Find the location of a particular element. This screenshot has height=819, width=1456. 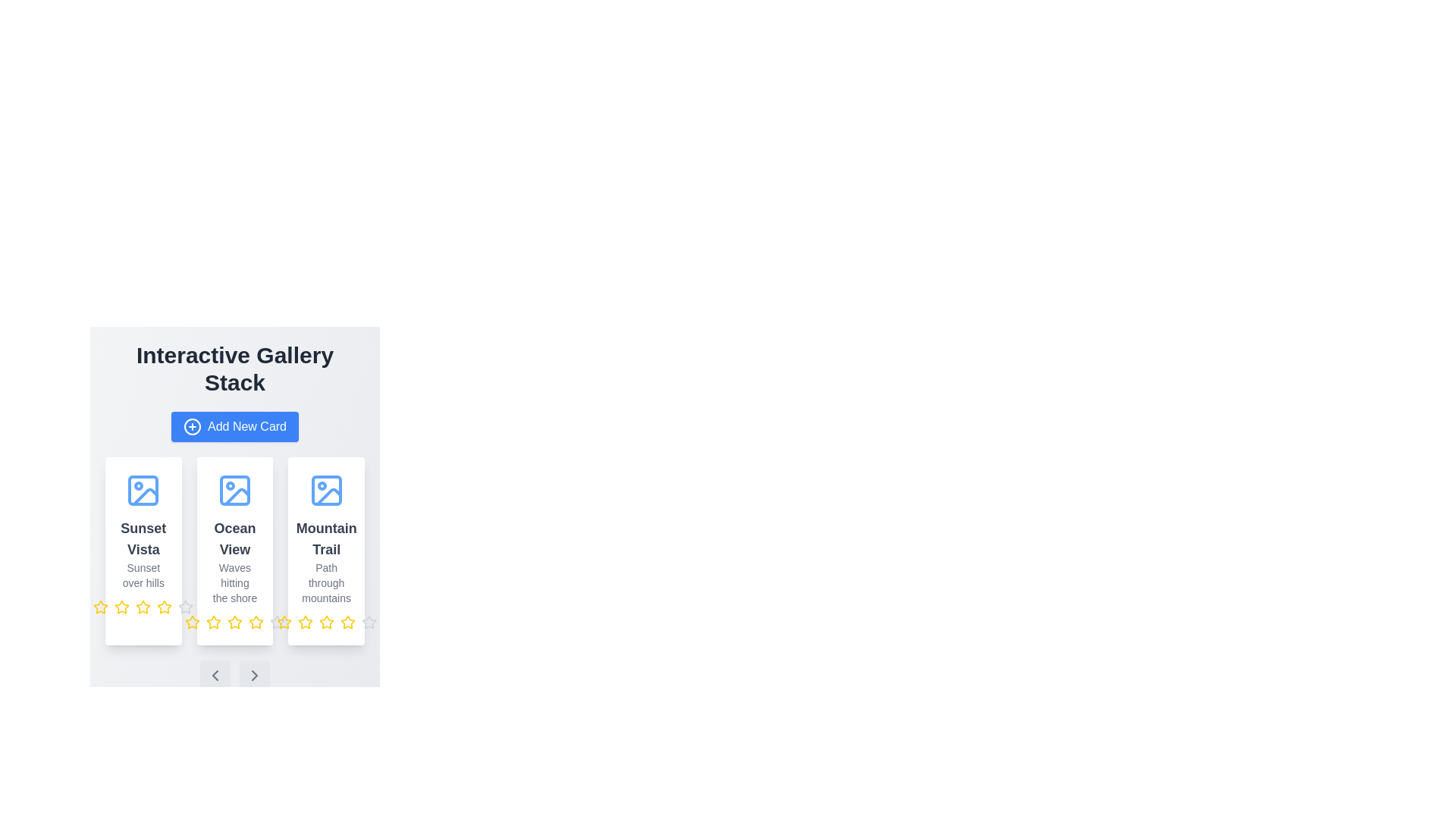

bold heading text 'Interactive Gallery Stack' located at the top of the panel, which is centrally aligned and precedes the blue button labeled 'Add New Card' is located at coordinates (234, 369).